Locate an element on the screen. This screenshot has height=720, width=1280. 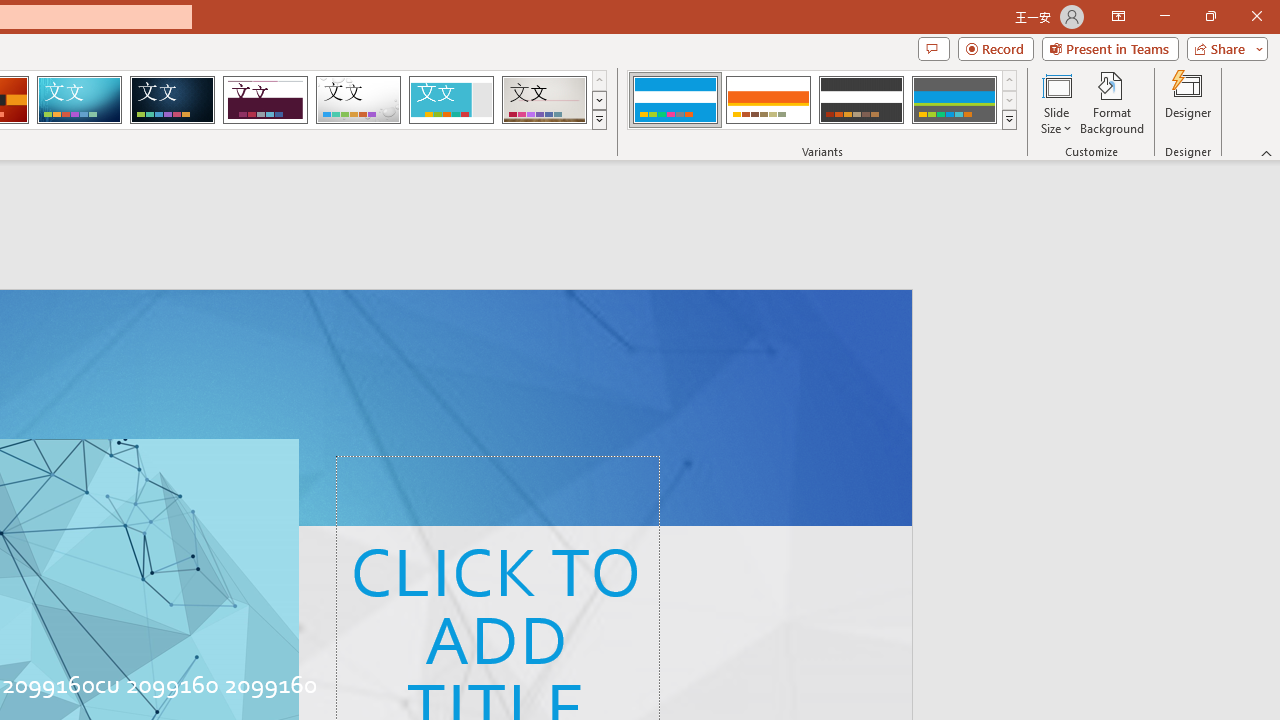
'Banded Variant 1' is located at coordinates (675, 100).